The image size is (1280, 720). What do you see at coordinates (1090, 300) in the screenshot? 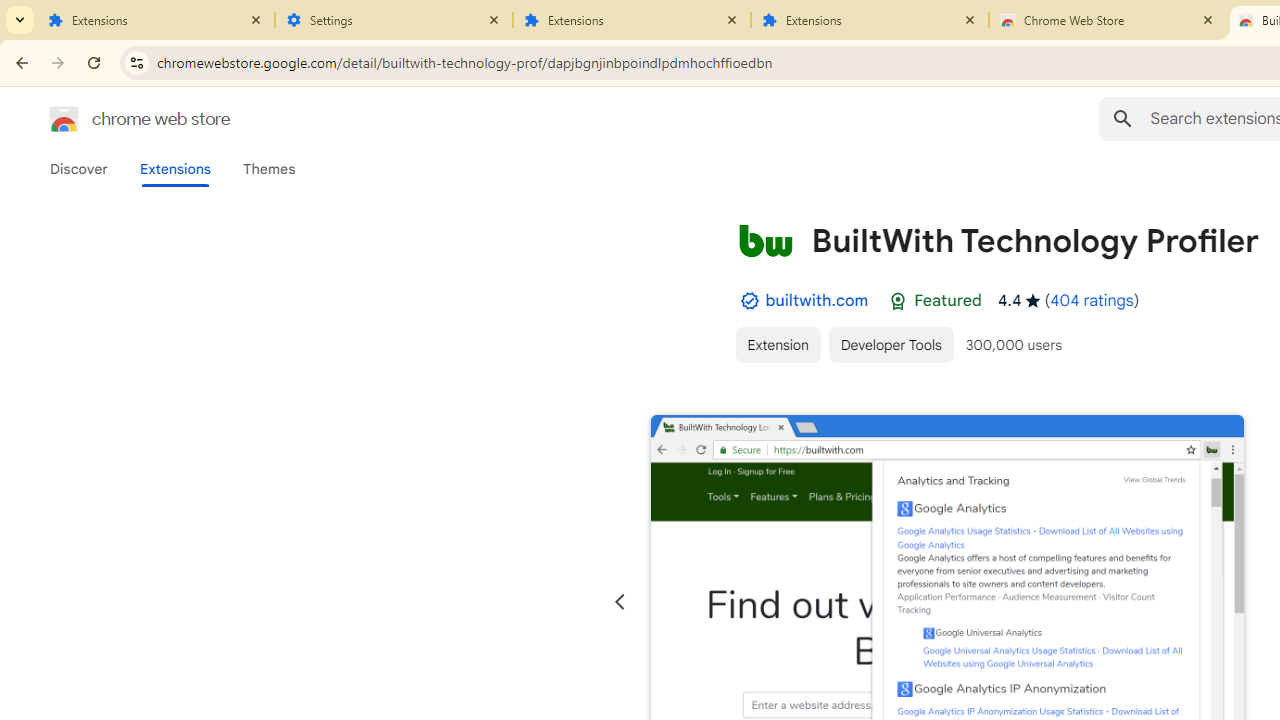
I see `'404 ratings'` at bounding box center [1090, 300].